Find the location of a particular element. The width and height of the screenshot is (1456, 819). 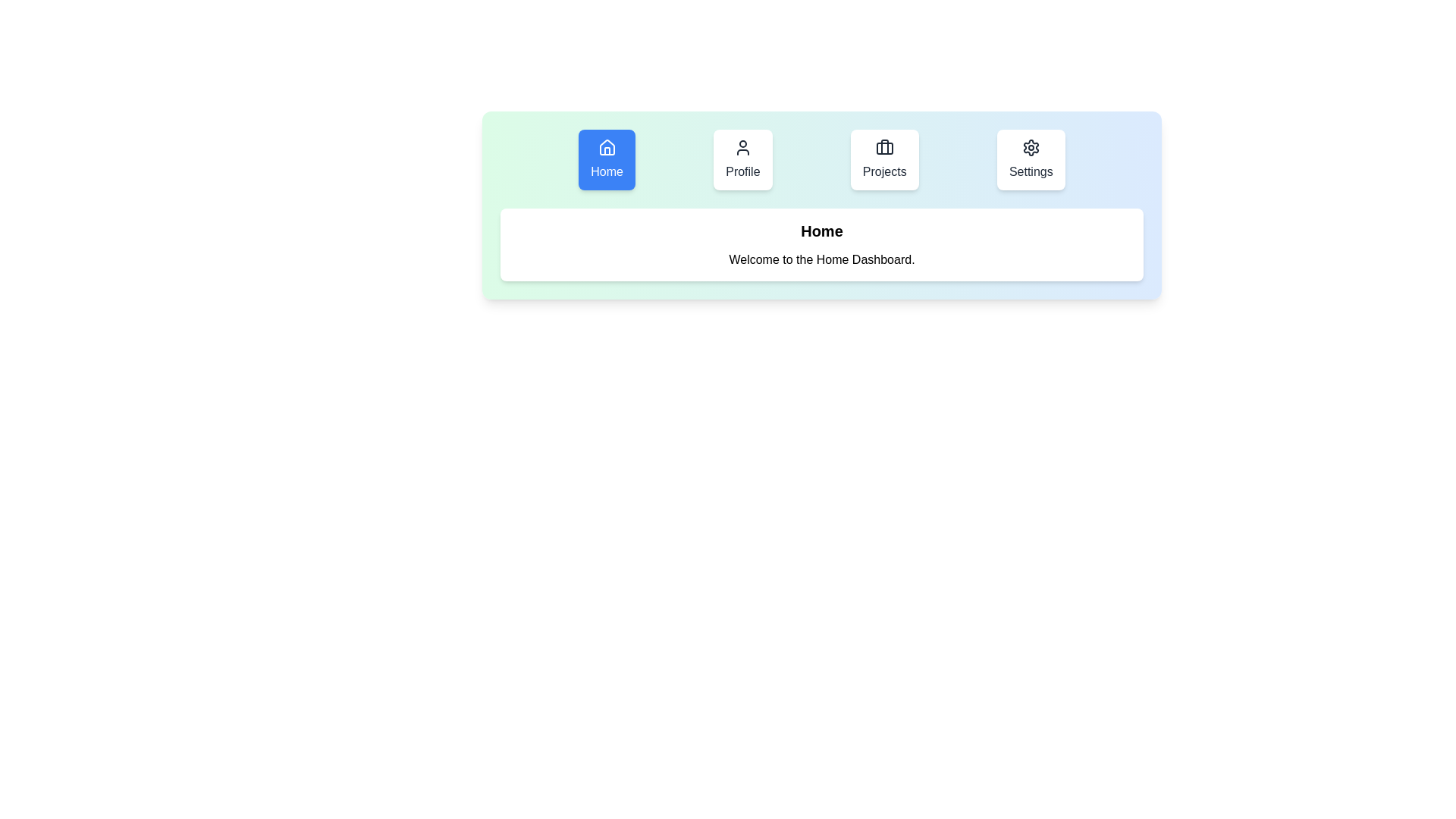

the Projects tab to observe its hover effect is located at coordinates (884, 160).